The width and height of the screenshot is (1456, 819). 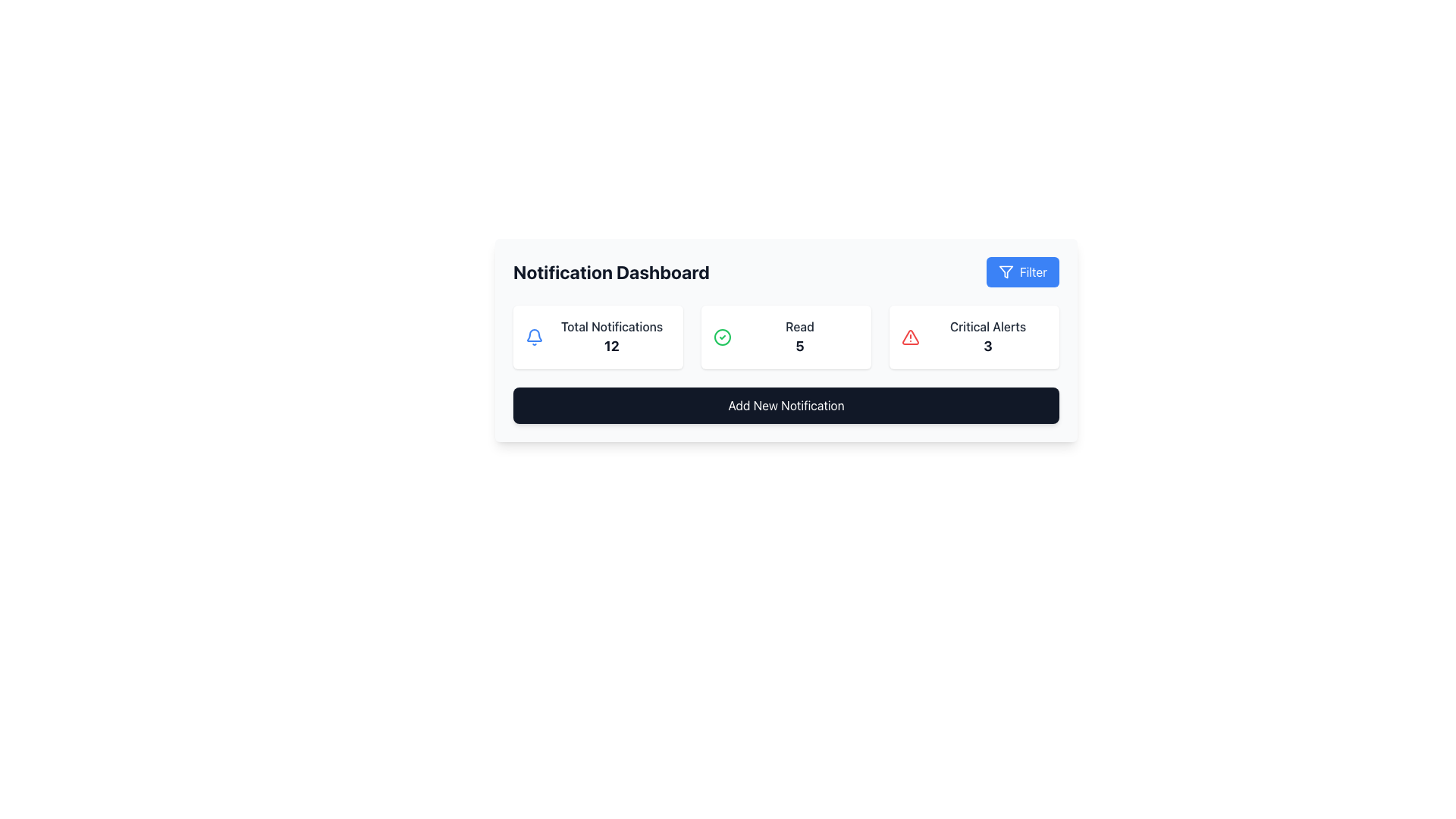 I want to click on the 'Critical Alerts' label, which is styled in medium-weight gray font and positioned above the number '3' in the notification dashboard, so click(x=987, y=326).